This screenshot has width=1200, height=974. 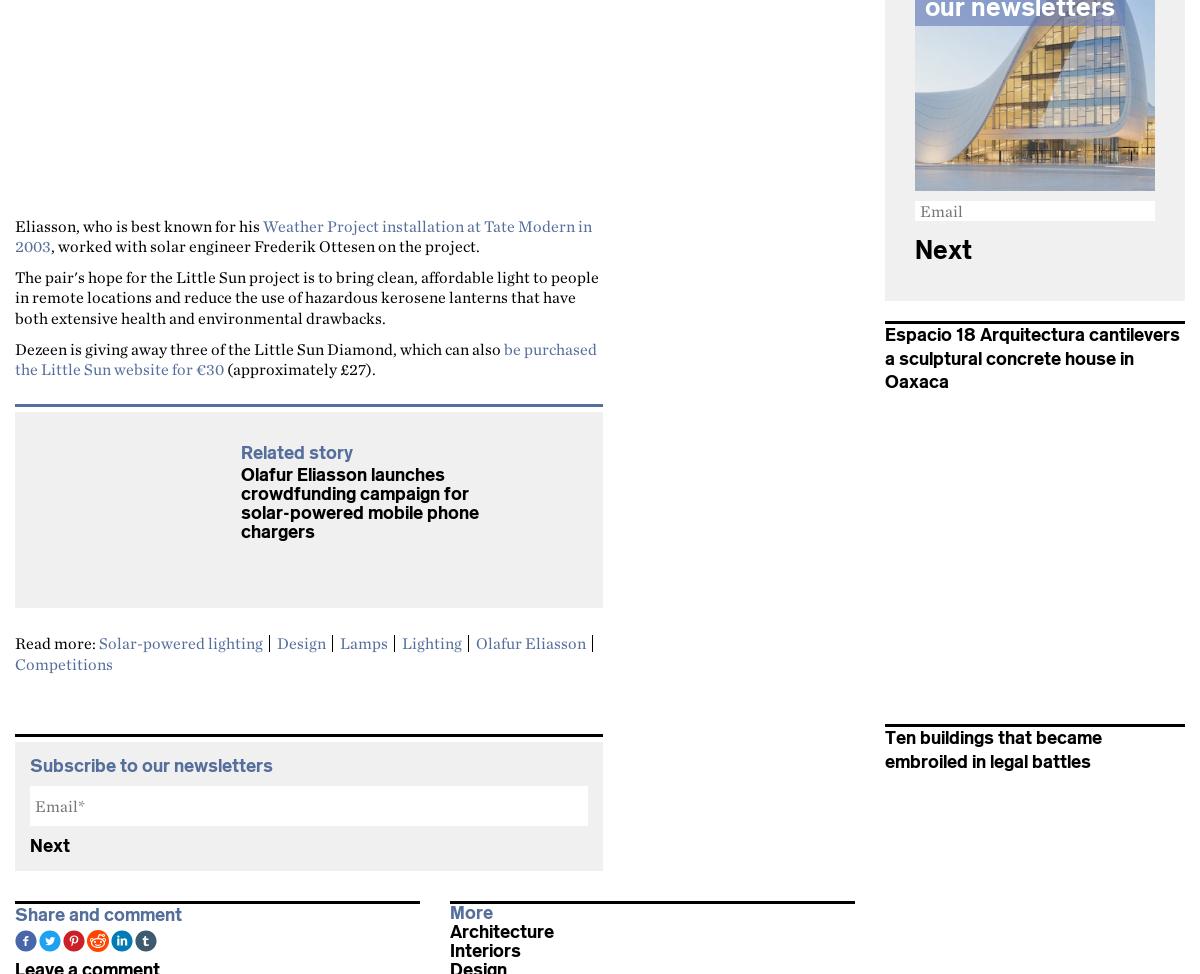 I want to click on 'Eliasson, who is best known for his', so click(x=138, y=224).